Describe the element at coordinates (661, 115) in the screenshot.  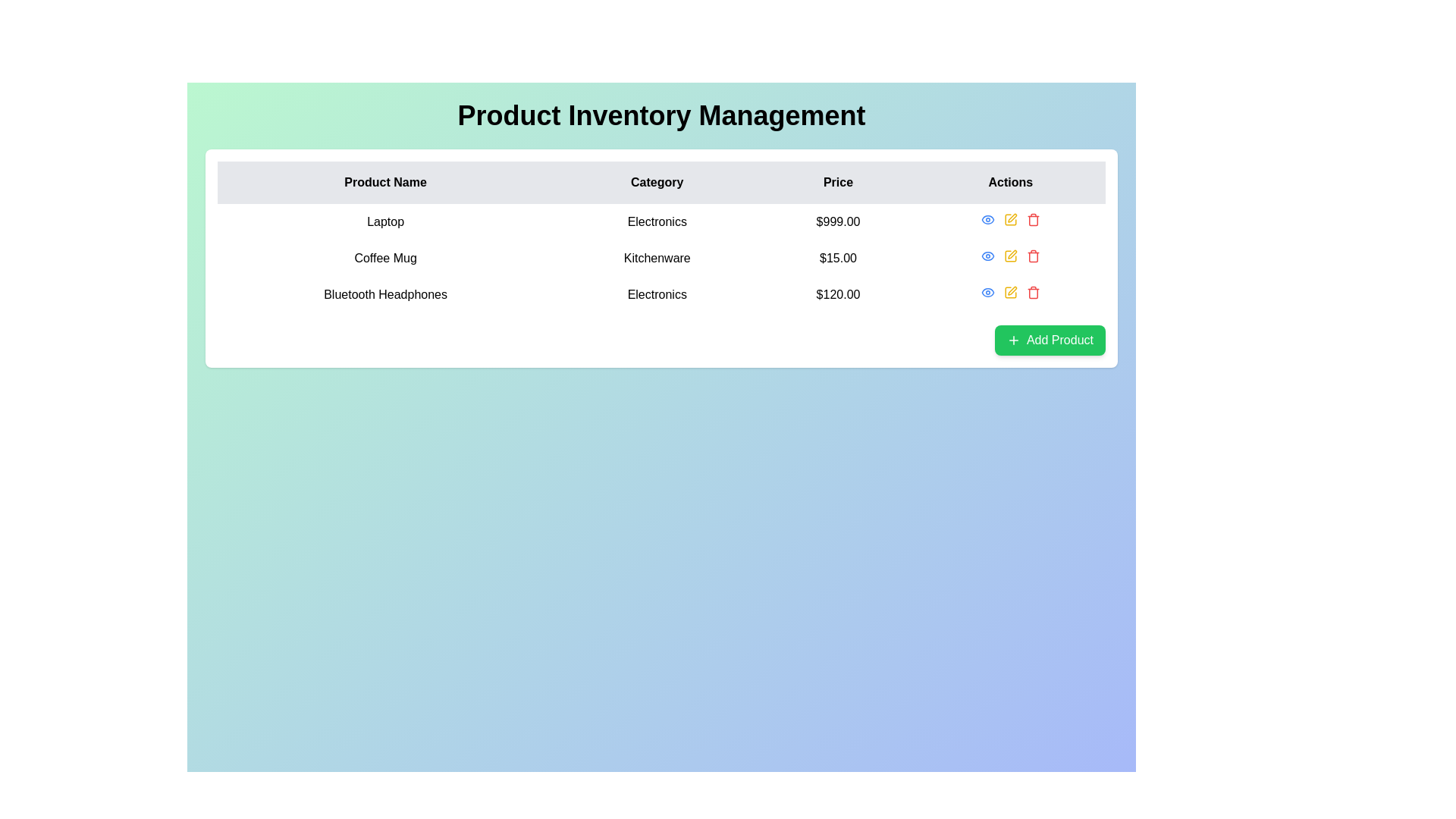
I see `the header text element displaying 'Product Inventory Management', which is bold and large, located at the top-center of the interface` at that location.